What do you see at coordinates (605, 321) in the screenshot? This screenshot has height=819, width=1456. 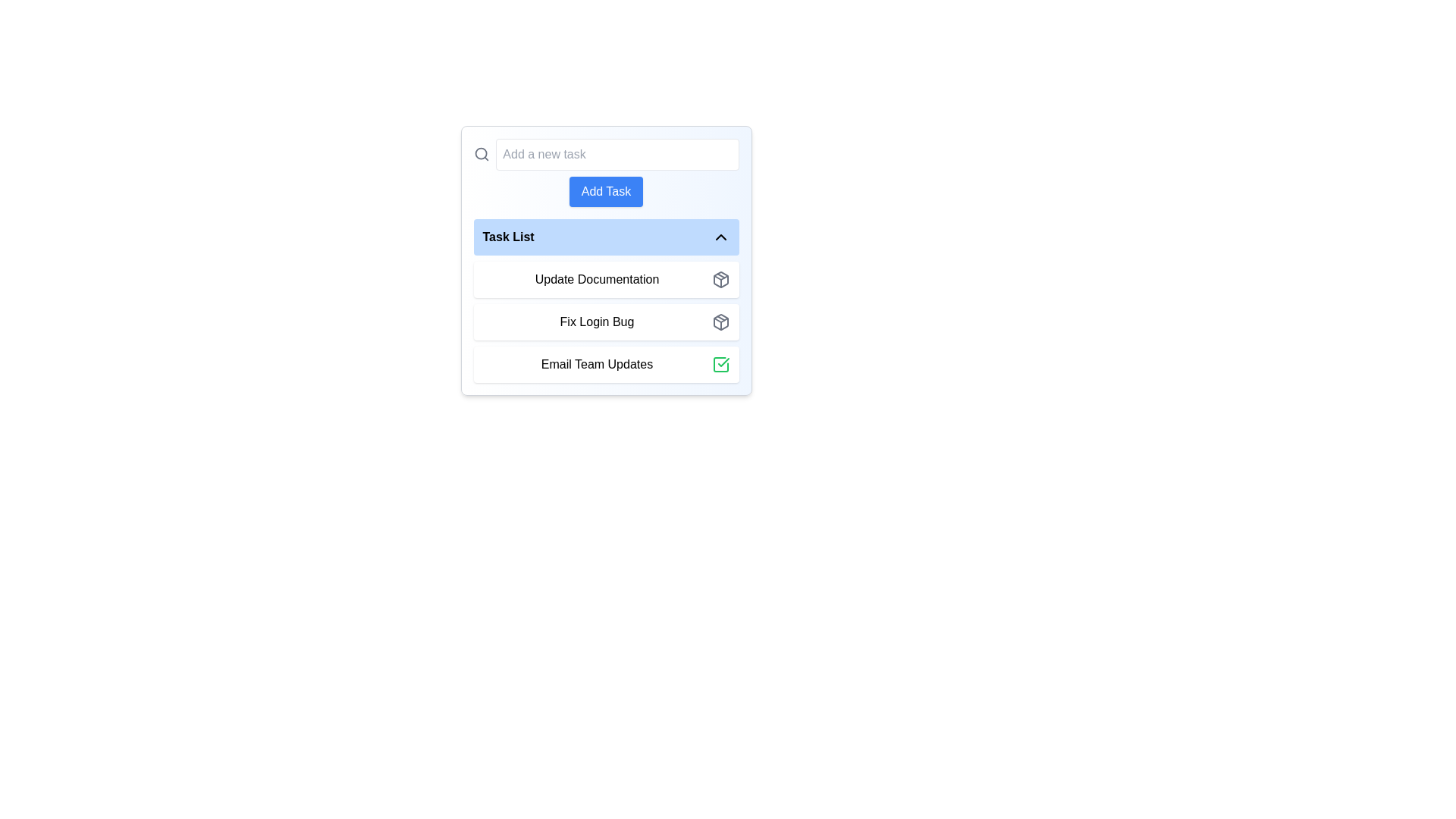 I see `the second task item in the vertical stack under the 'Task List' header` at bounding box center [605, 321].